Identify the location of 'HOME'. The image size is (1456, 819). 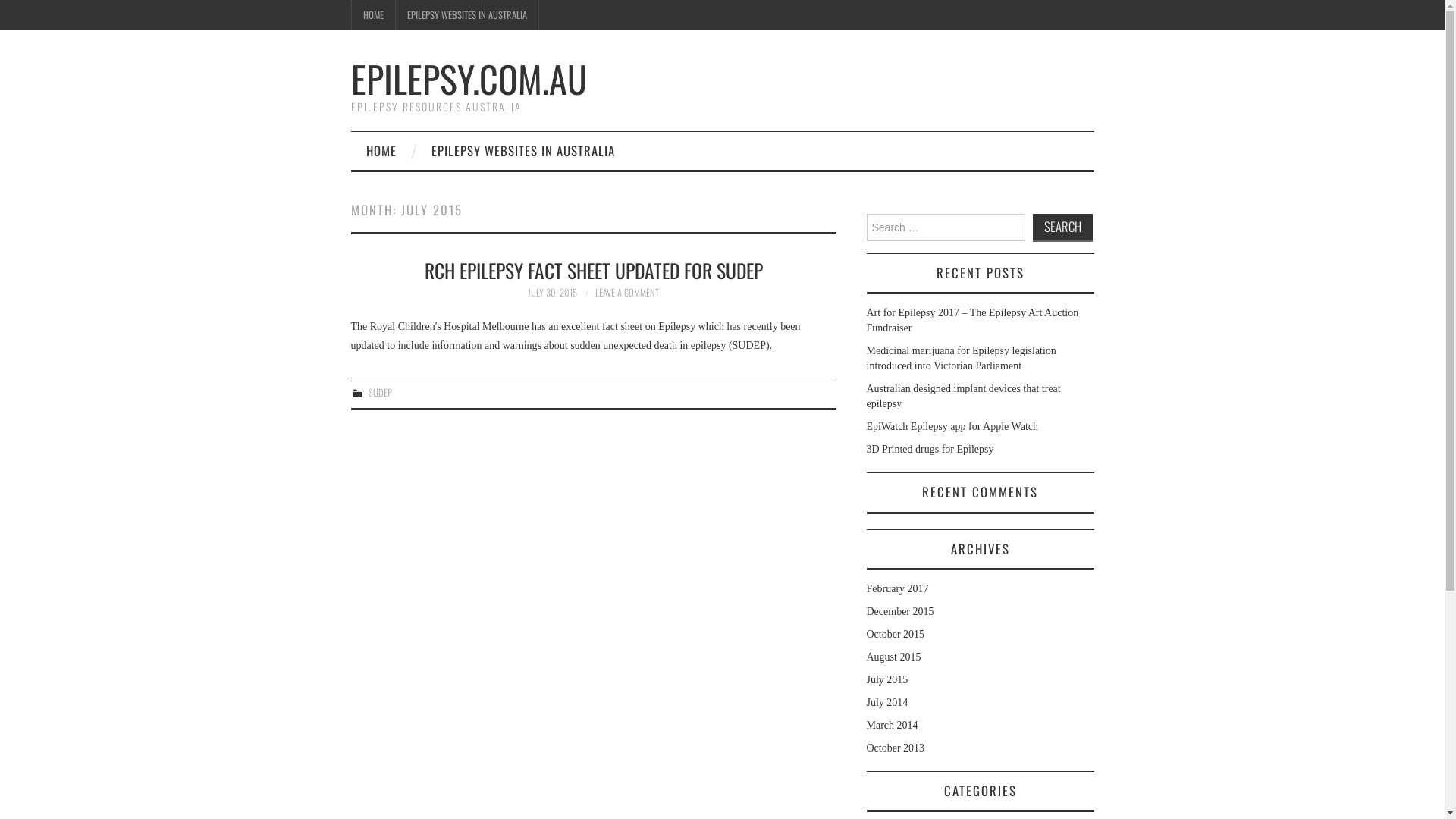
(373, 14).